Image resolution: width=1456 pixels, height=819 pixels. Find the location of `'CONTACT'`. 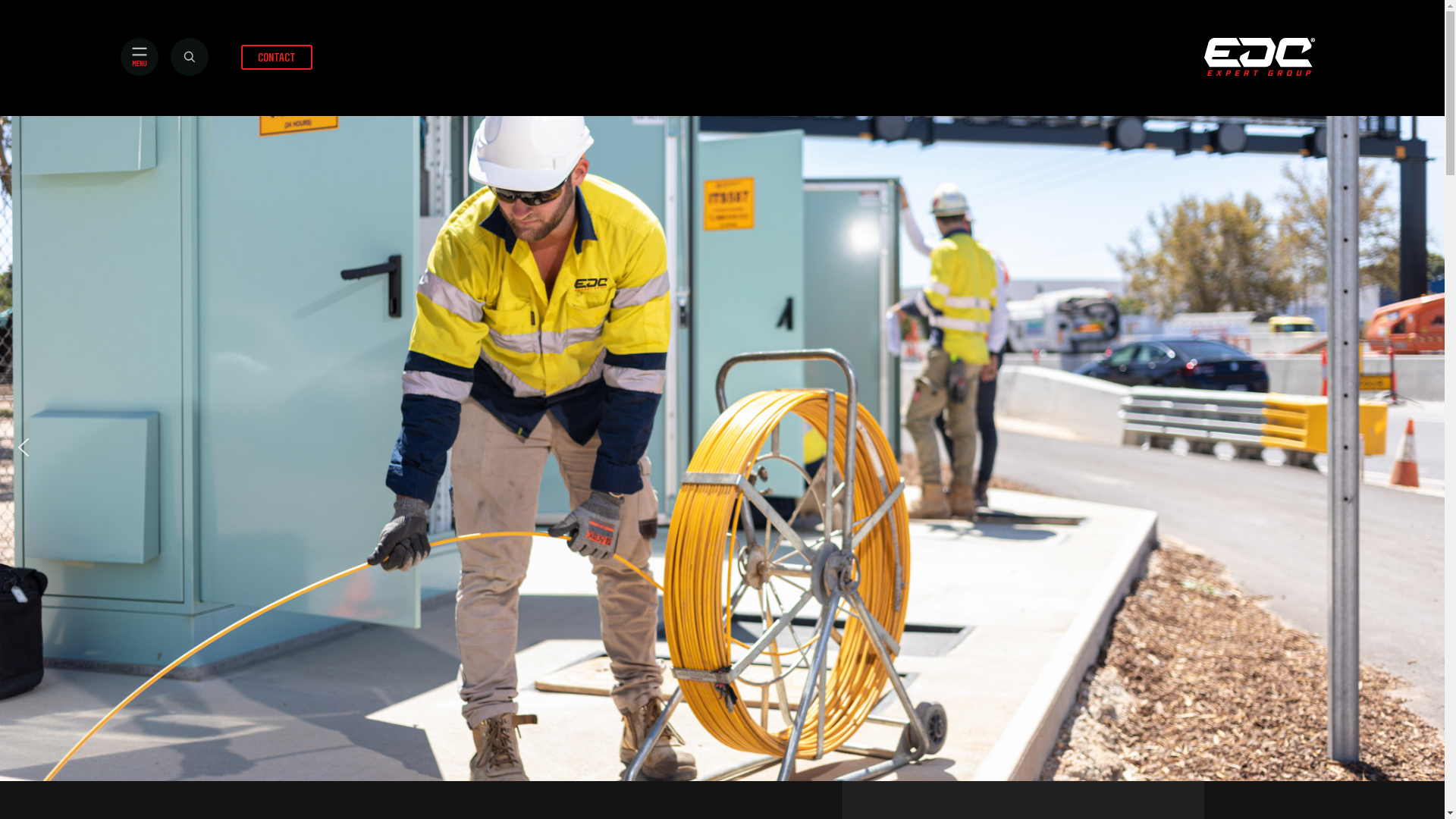

'CONTACT' is located at coordinates (276, 55).